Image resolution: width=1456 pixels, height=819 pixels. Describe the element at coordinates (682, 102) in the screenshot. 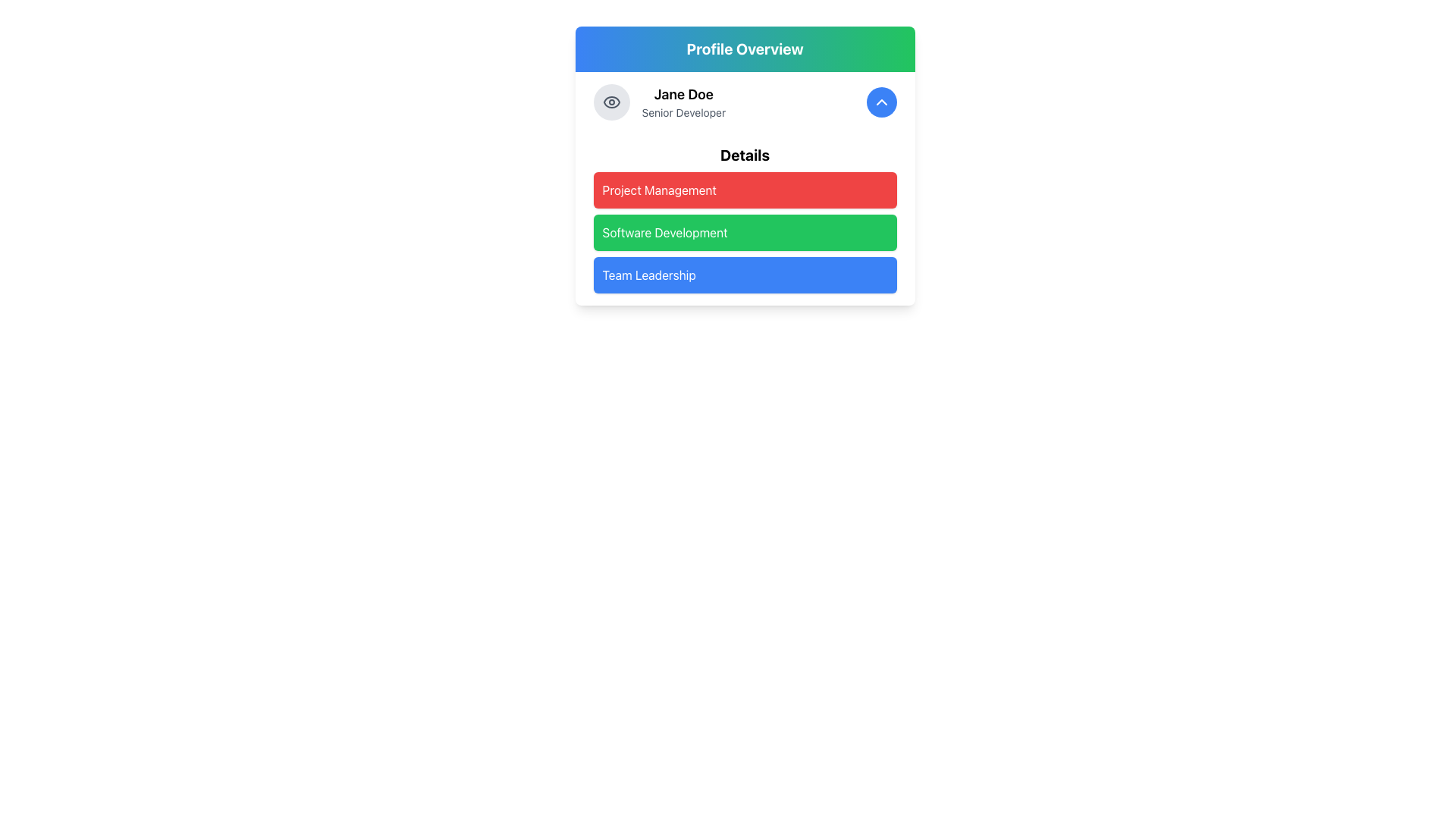

I see `the Text Display that shows an individual's name and title, located near the top of the card to the right of a circular icon in the header below 'Profile Overview'` at that location.